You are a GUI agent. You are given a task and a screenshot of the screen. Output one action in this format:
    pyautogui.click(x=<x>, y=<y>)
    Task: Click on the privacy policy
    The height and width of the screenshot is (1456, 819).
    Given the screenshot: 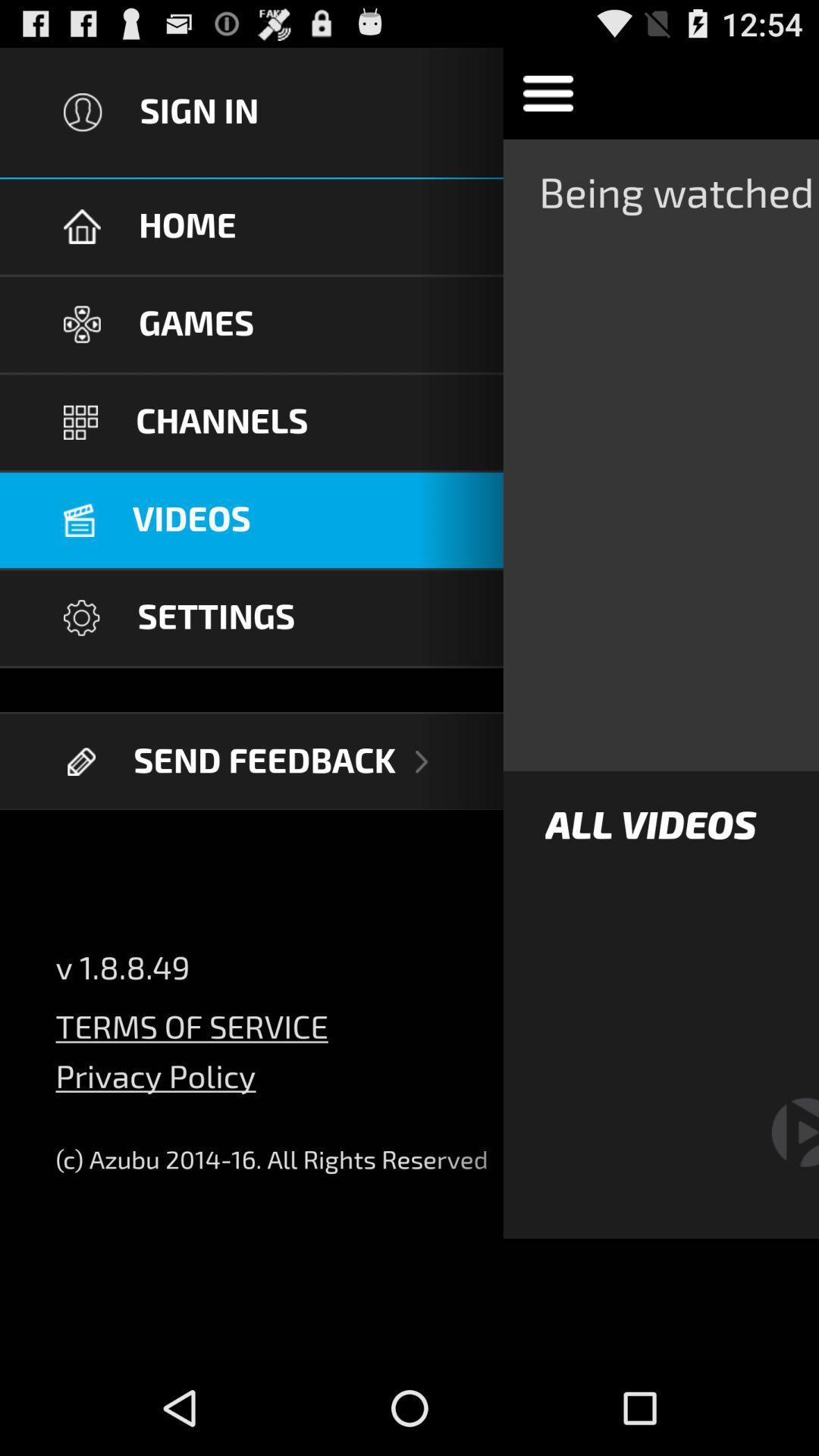 What is the action you would take?
    pyautogui.click(x=155, y=1087)
    